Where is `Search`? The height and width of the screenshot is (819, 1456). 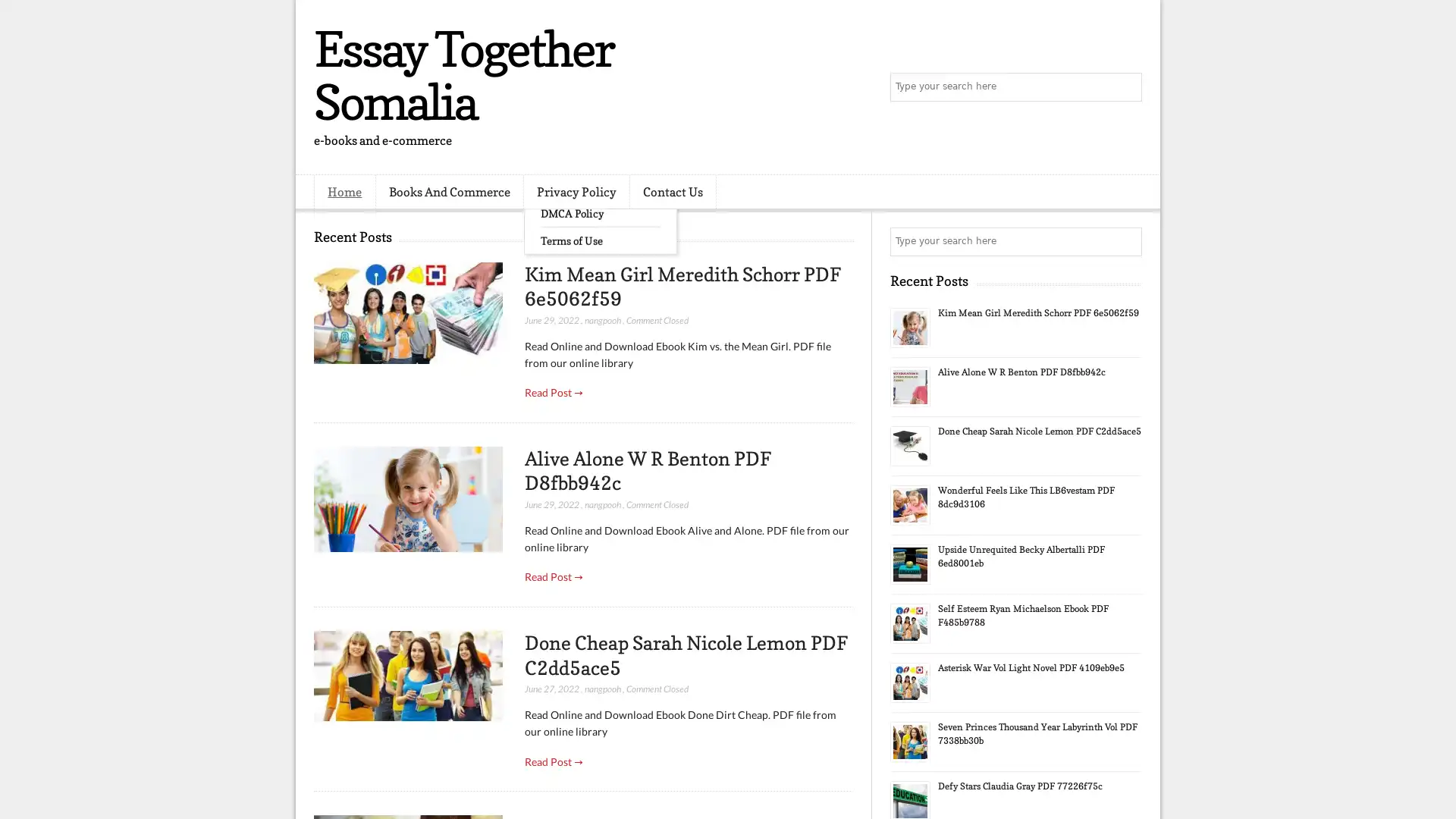
Search is located at coordinates (1126, 241).